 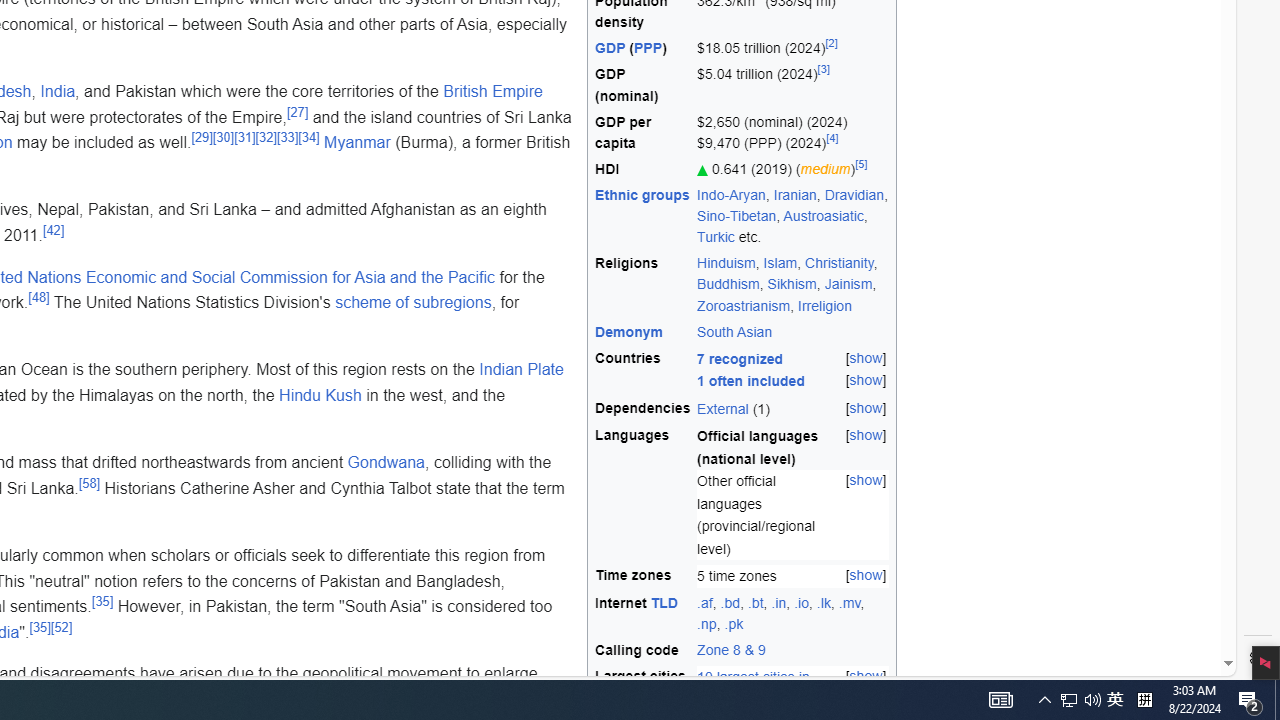 What do you see at coordinates (754, 601) in the screenshot?
I see `'.bt'` at bounding box center [754, 601].